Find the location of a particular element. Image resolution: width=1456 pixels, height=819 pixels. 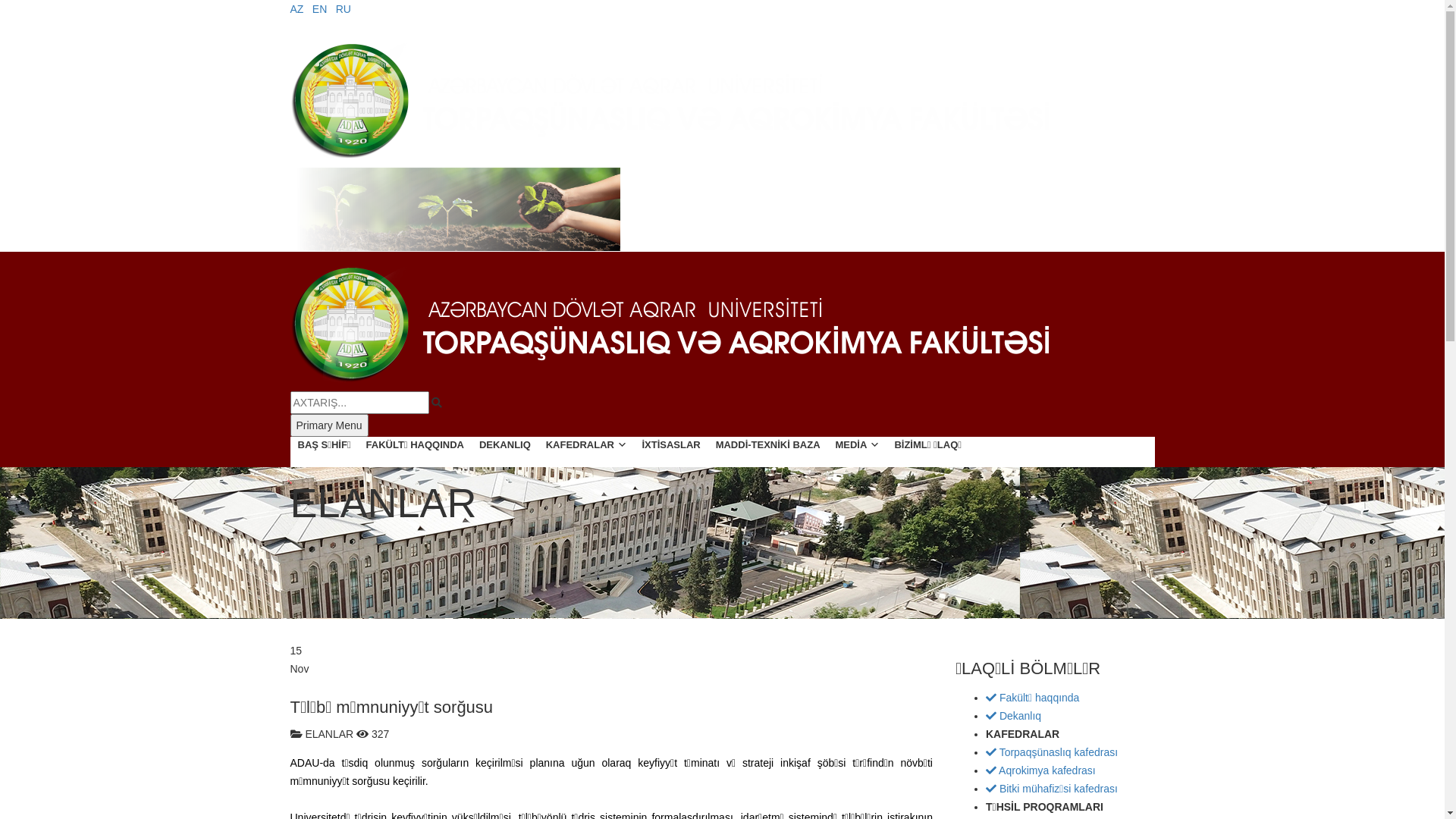

'EN' is located at coordinates (320, 8).